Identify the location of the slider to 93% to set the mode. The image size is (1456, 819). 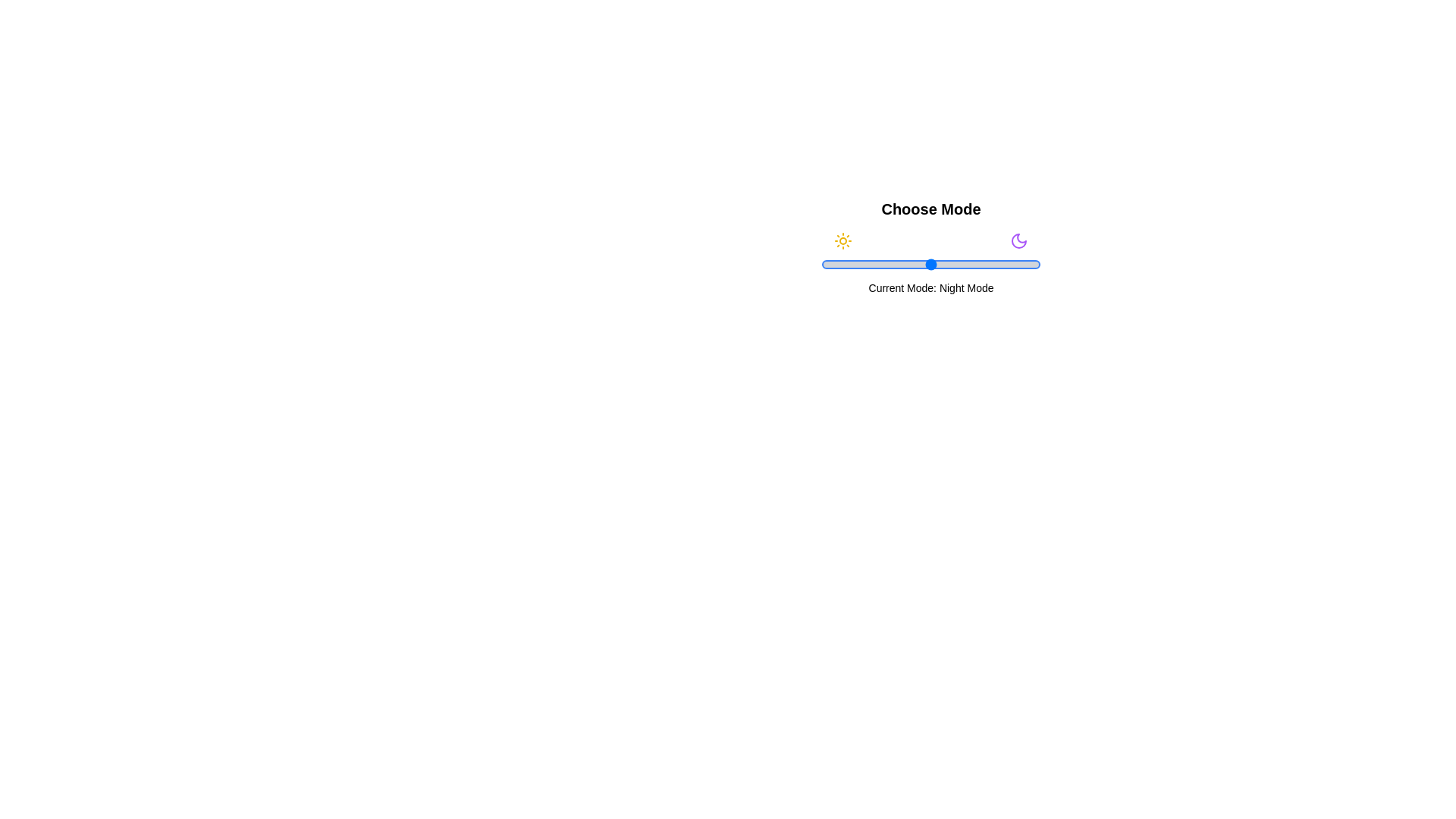
(1025, 263).